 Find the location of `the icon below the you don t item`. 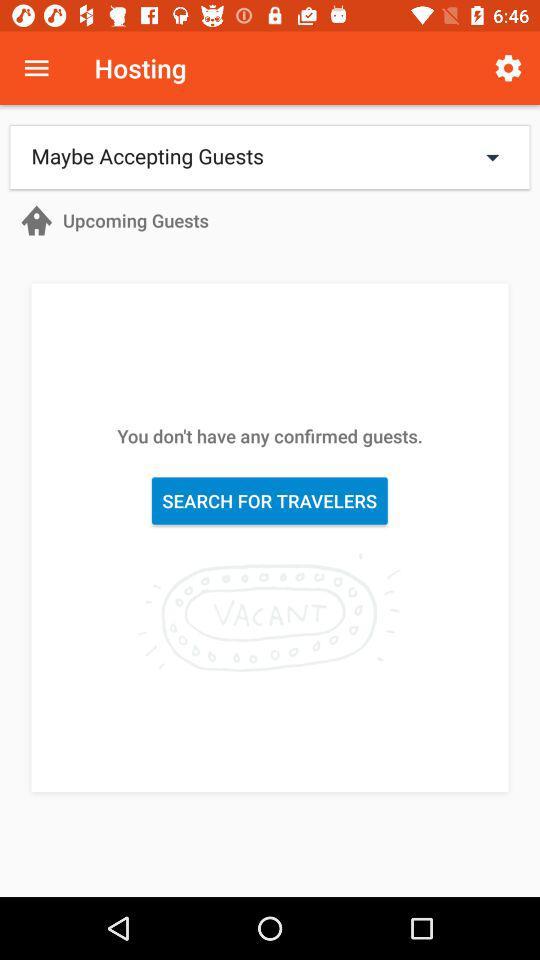

the icon below the you don t item is located at coordinates (269, 500).